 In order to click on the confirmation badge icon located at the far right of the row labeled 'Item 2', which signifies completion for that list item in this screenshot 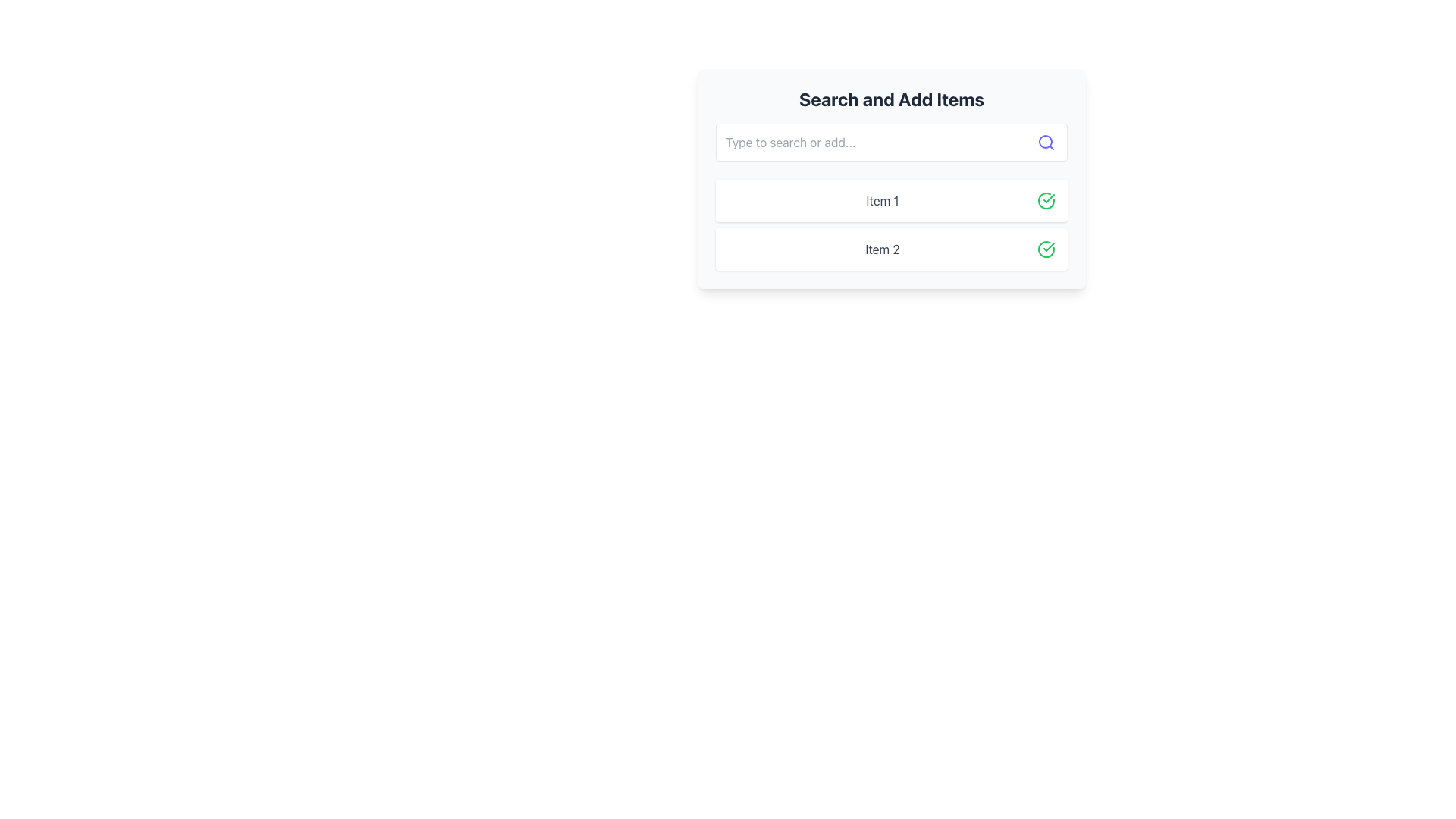, I will do `click(1046, 248)`.